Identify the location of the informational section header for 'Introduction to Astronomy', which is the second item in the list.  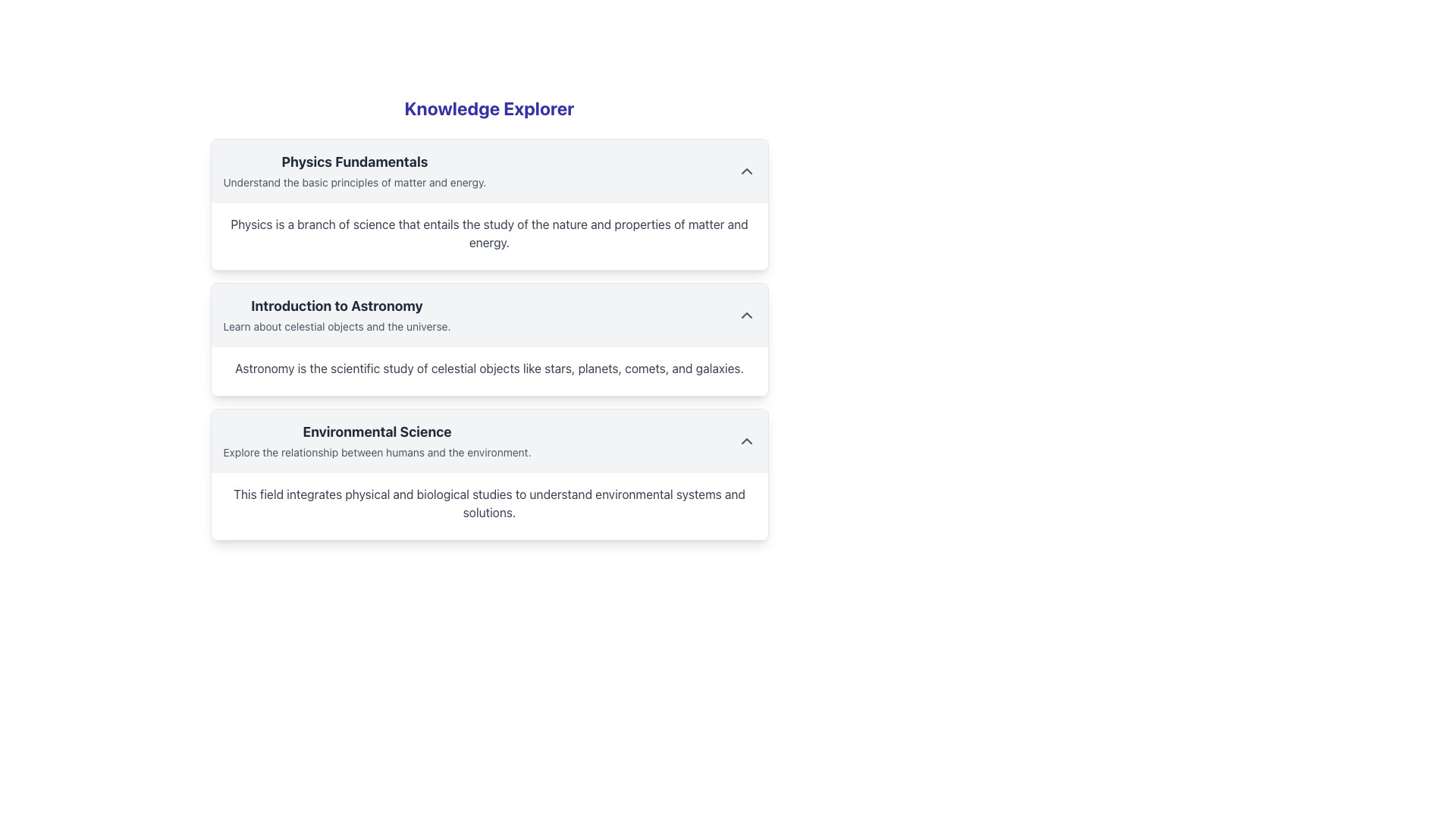
(336, 315).